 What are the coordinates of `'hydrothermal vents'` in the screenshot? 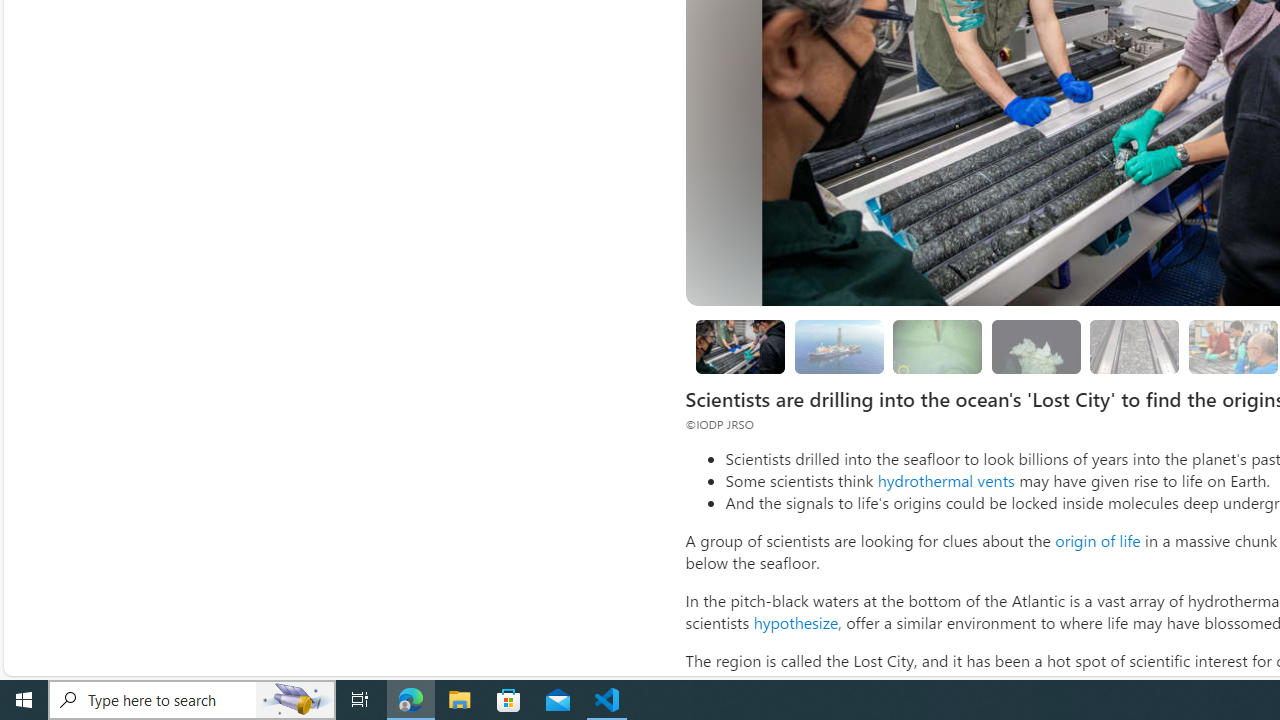 It's located at (944, 480).